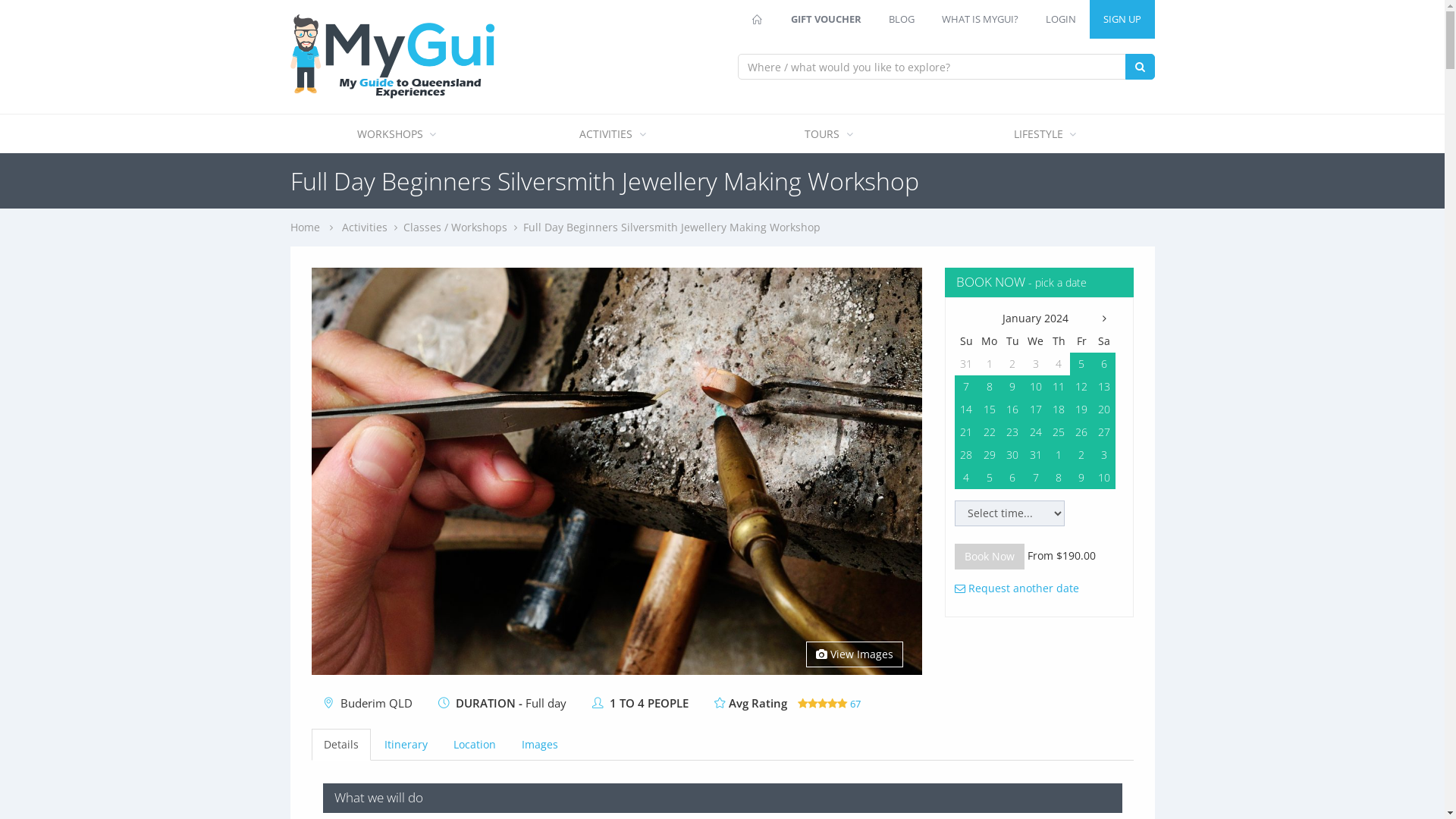 This screenshot has width=1456, height=819. I want to click on 'Images', so click(539, 744).